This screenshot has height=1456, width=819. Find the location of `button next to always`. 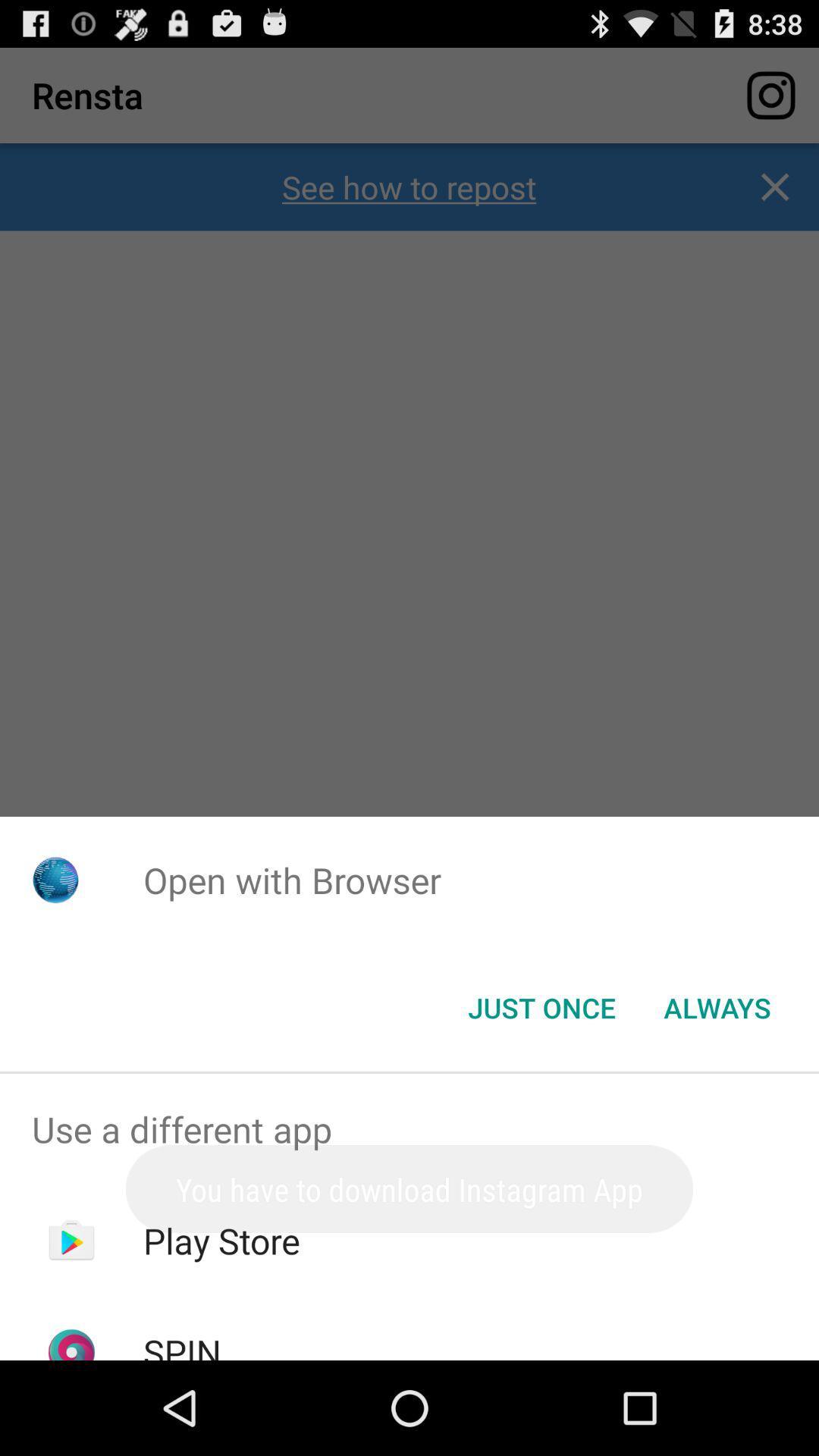

button next to always is located at coordinates (541, 1008).